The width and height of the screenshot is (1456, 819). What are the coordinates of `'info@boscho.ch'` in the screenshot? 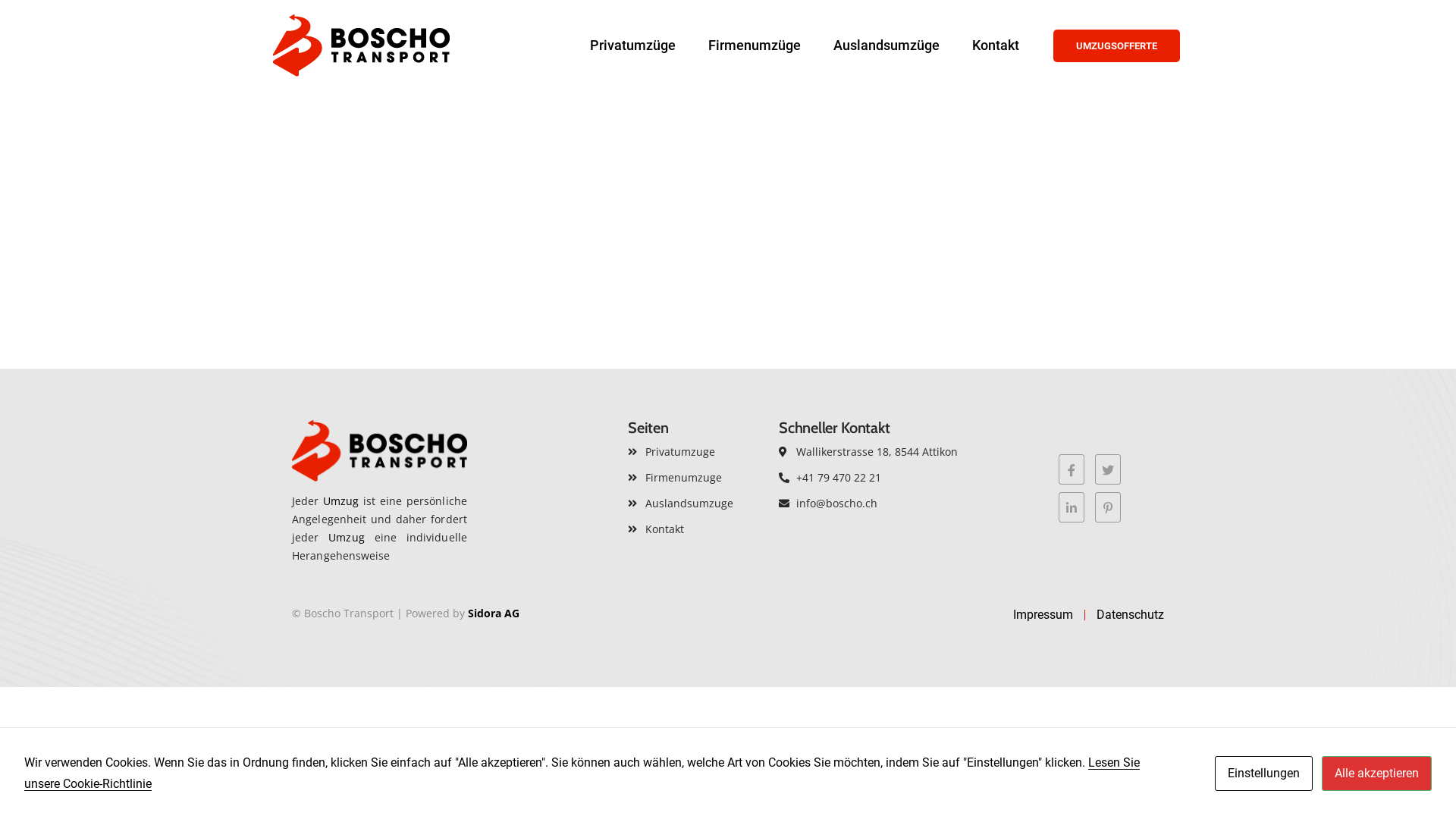 It's located at (880, 503).